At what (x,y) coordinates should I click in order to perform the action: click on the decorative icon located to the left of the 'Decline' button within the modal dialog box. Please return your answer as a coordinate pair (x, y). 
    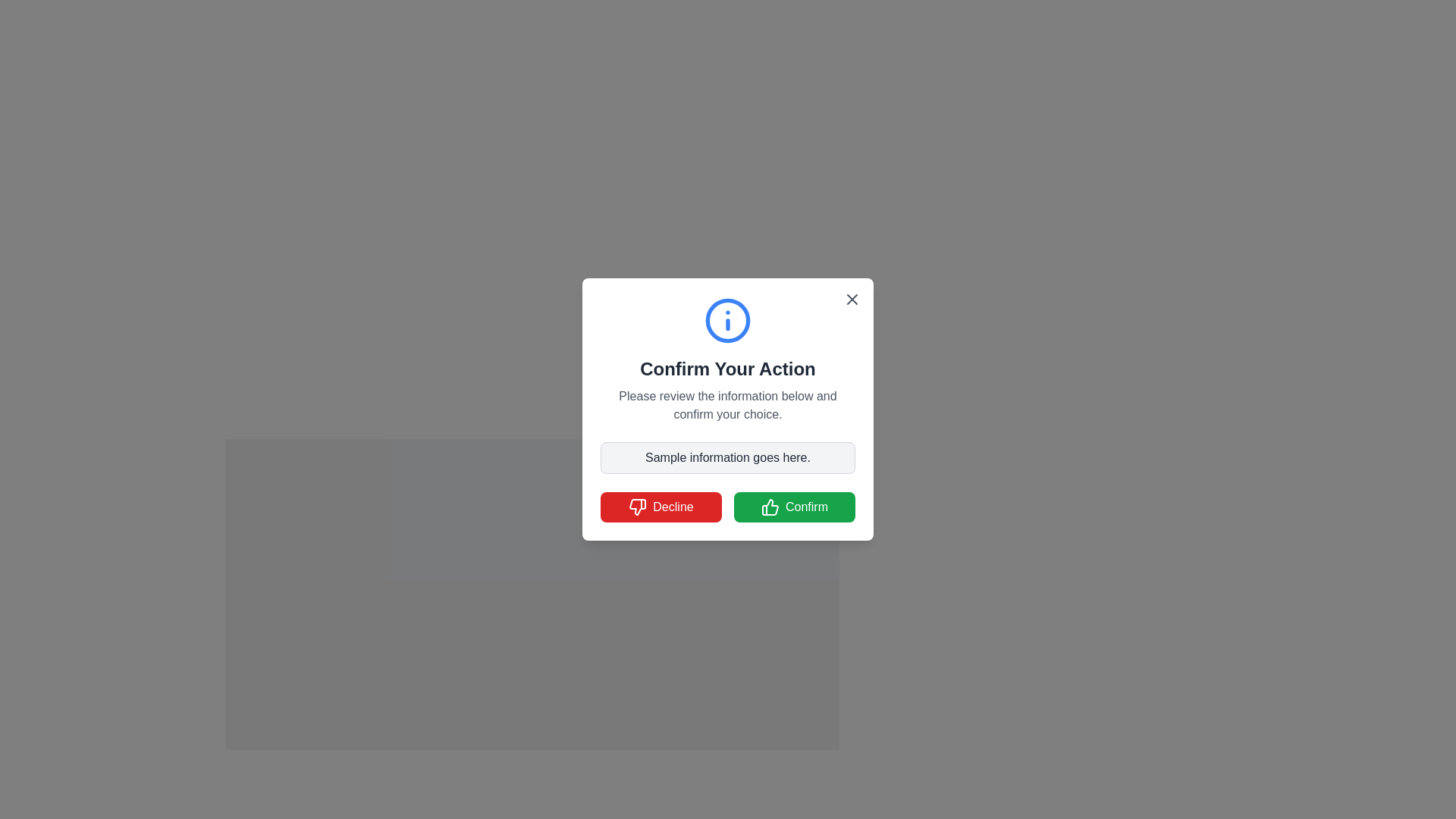
    Looking at the image, I should click on (638, 507).